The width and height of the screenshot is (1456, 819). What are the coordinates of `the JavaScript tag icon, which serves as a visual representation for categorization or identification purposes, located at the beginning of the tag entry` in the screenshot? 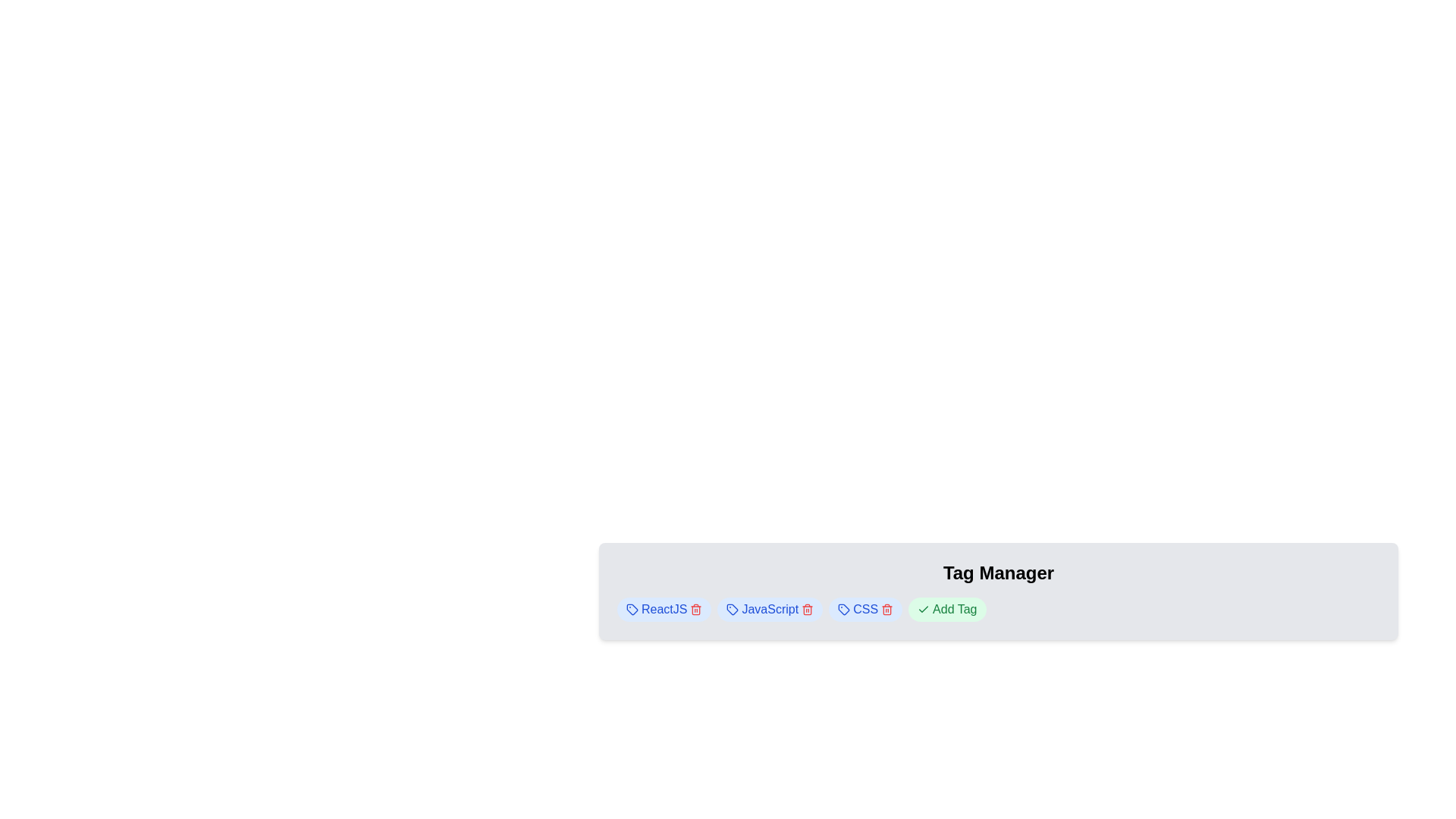 It's located at (733, 608).